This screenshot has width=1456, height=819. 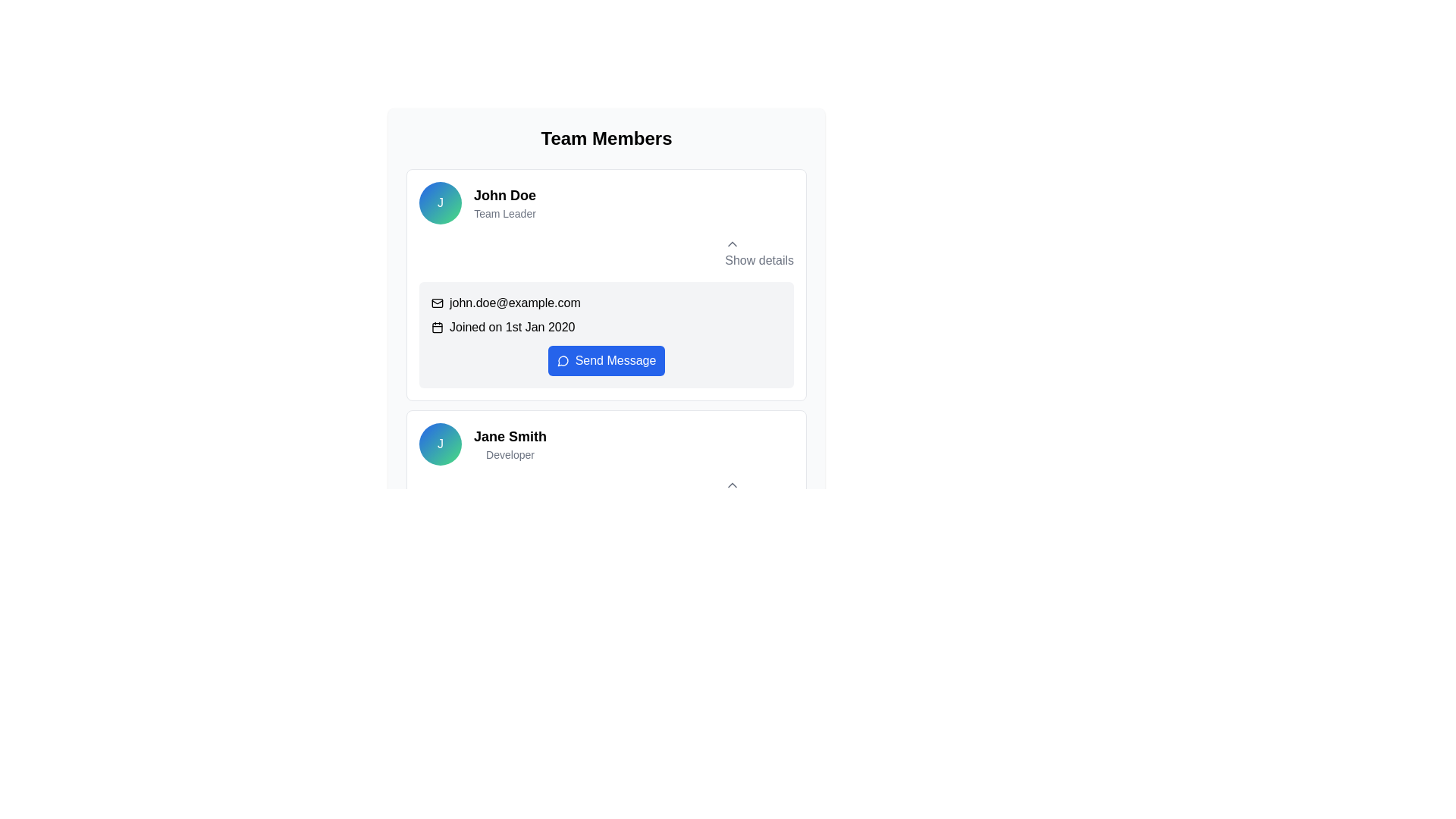 What do you see at coordinates (607, 360) in the screenshot?
I see `the blue button labeled 'Send Message' with a message bubble icon located at the bottom right of the section displaying 'john.doe@example.com'` at bounding box center [607, 360].